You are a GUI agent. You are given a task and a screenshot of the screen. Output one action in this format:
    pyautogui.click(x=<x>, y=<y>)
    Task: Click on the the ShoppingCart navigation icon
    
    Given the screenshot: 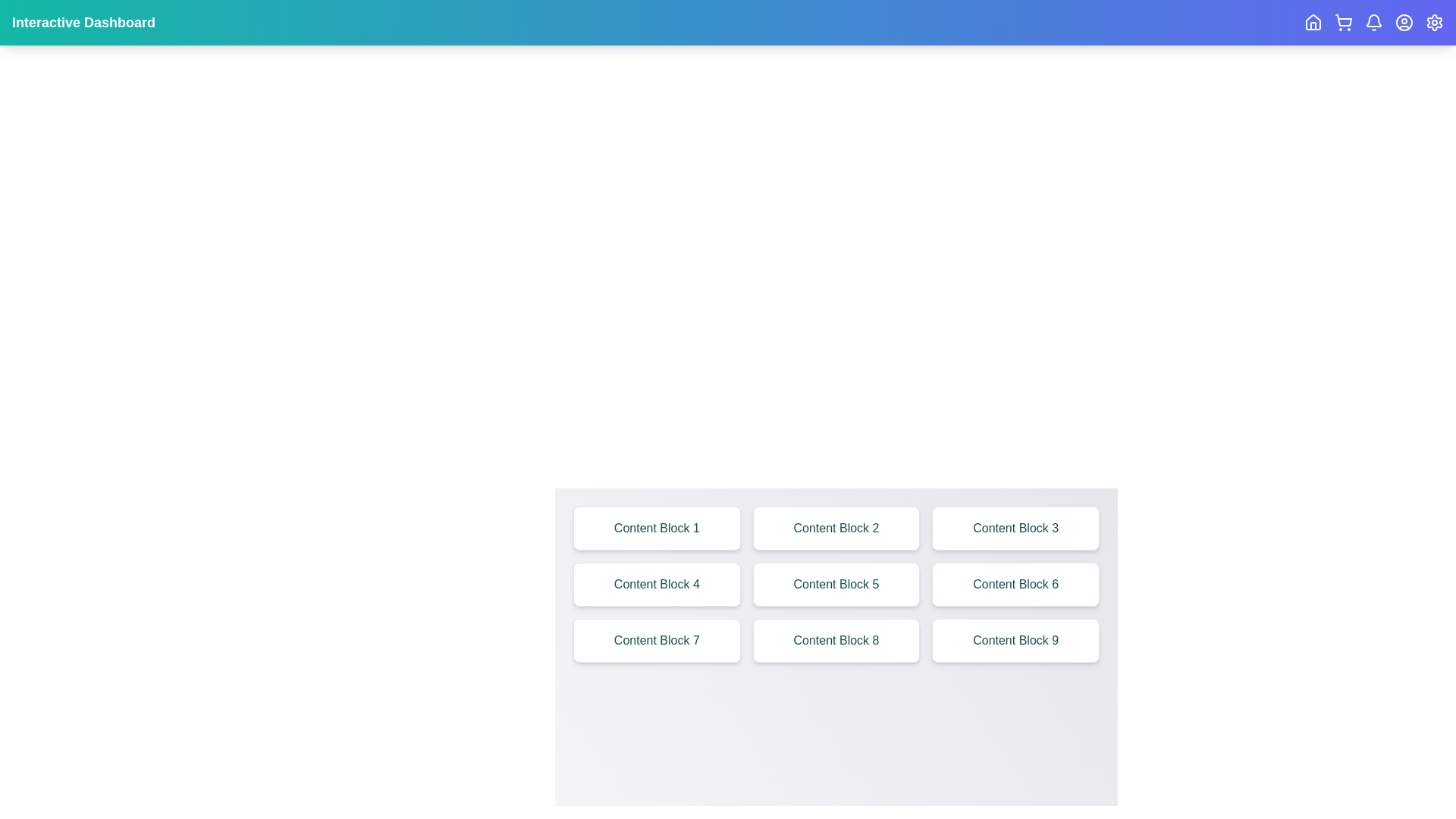 What is the action you would take?
    pyautogui.click(x=1343, y=23)
    